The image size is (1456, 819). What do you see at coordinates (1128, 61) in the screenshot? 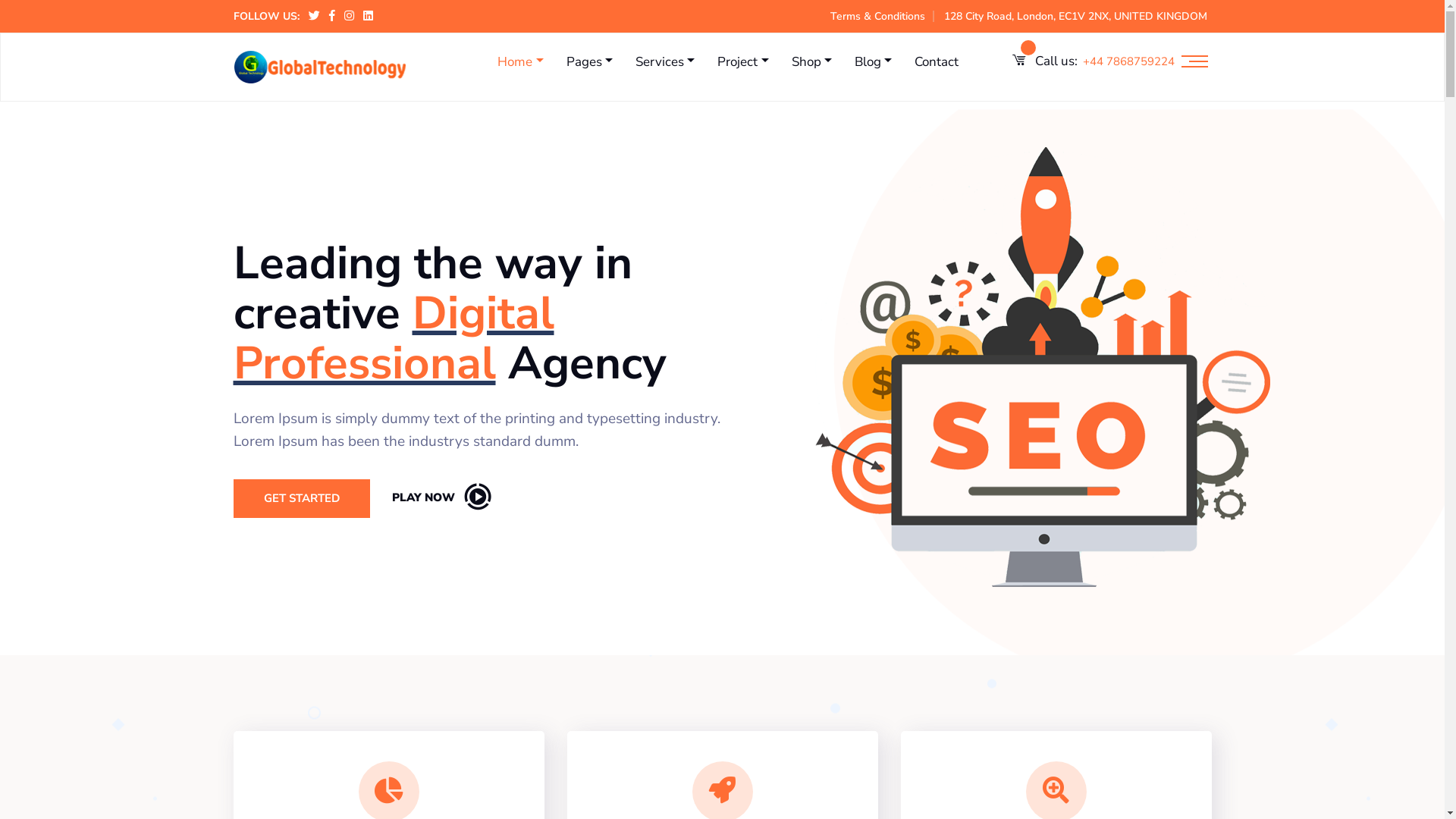
I see `'+44 7868759224'` at bounding box center [1128, 61].